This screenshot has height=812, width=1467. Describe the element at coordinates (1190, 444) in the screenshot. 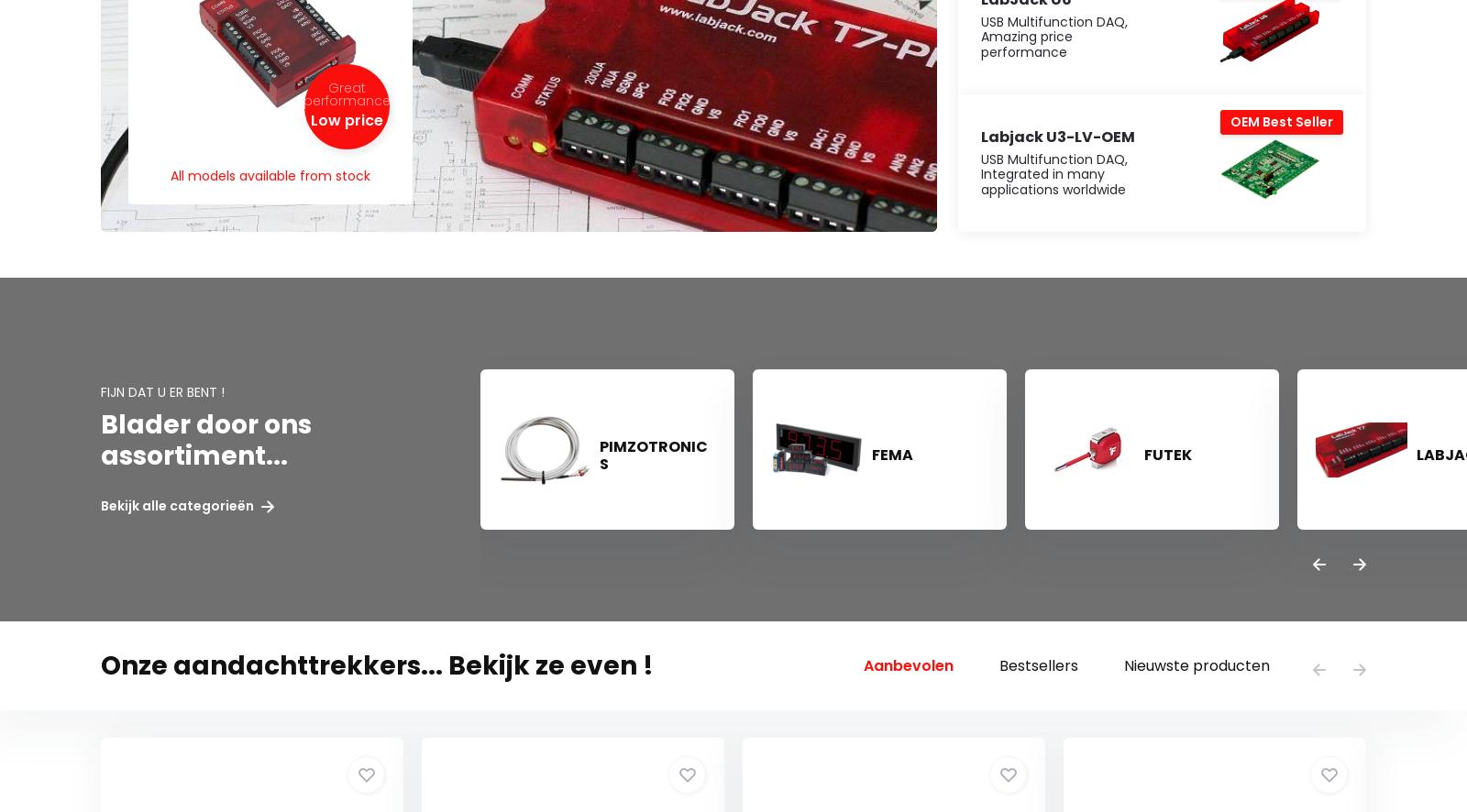

I see `'The Netherlands'` at that location.